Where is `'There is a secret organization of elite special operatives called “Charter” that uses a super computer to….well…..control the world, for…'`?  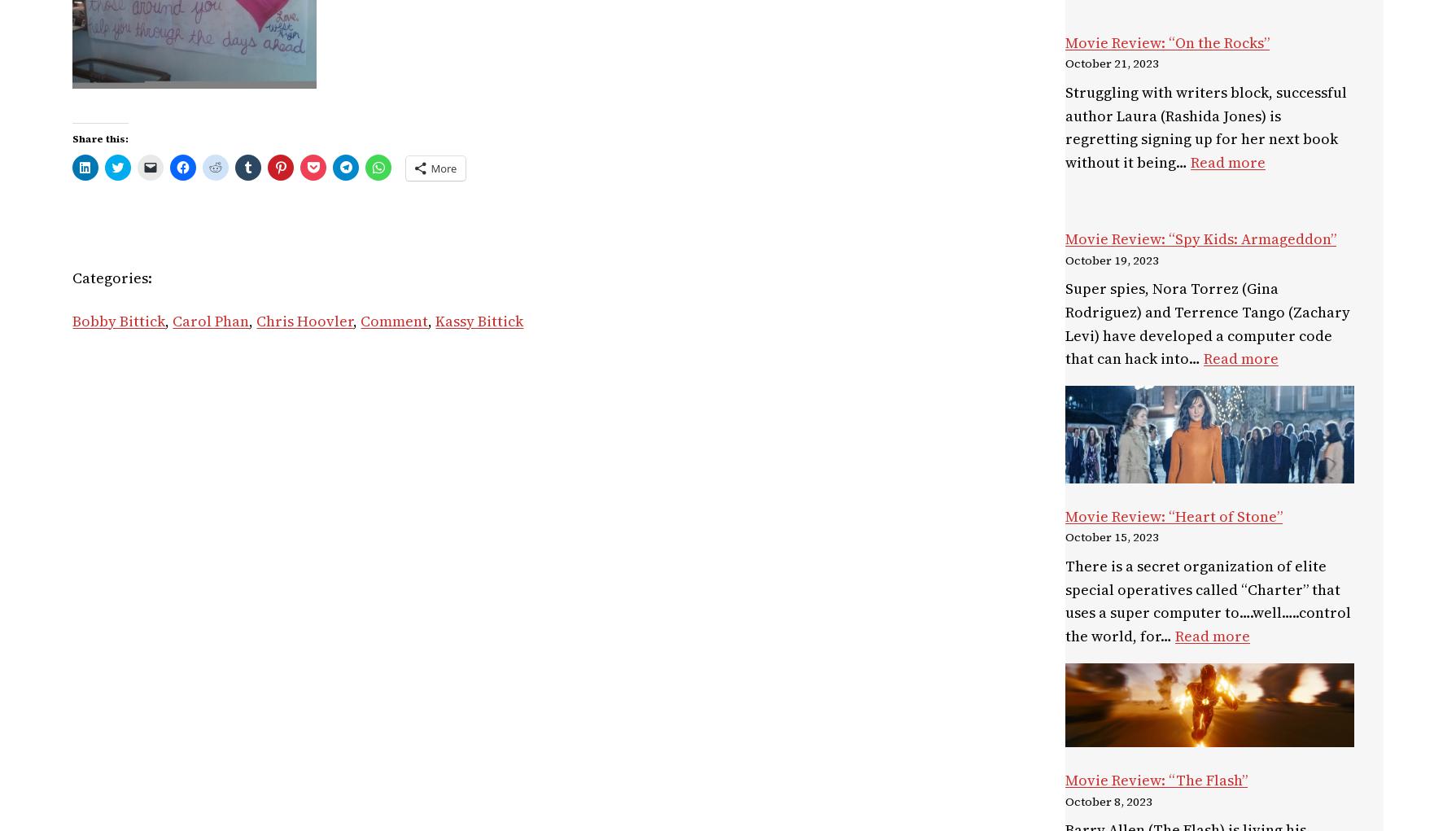 'There is a secret organization of elite special operatives called “Charter” that uses a super computer to….well…..control the world, for…' is located at coordinates (1208, 599).